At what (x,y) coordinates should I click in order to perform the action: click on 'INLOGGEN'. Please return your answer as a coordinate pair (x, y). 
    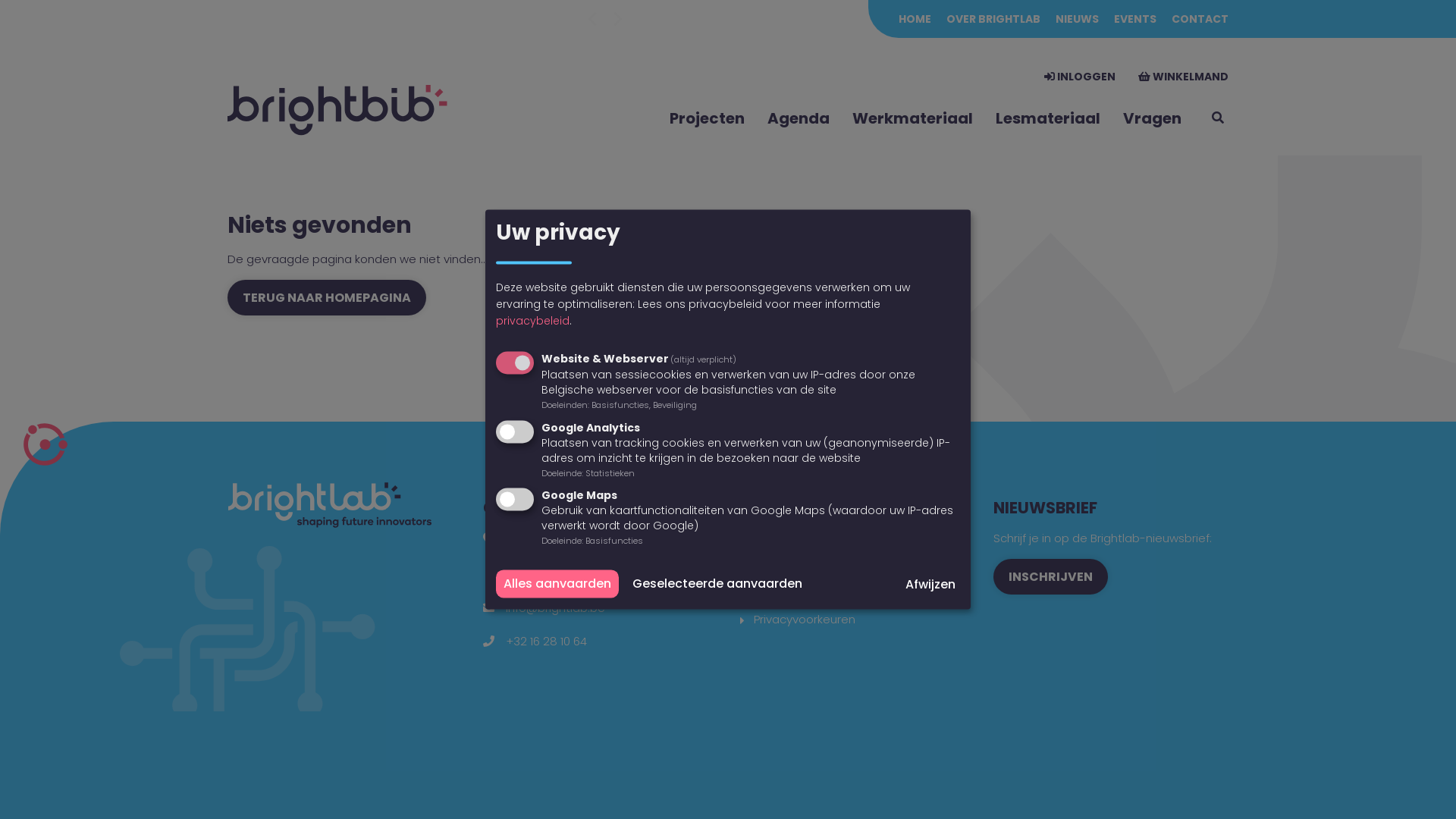
    Looking at the image, I should click on (1079, 76).